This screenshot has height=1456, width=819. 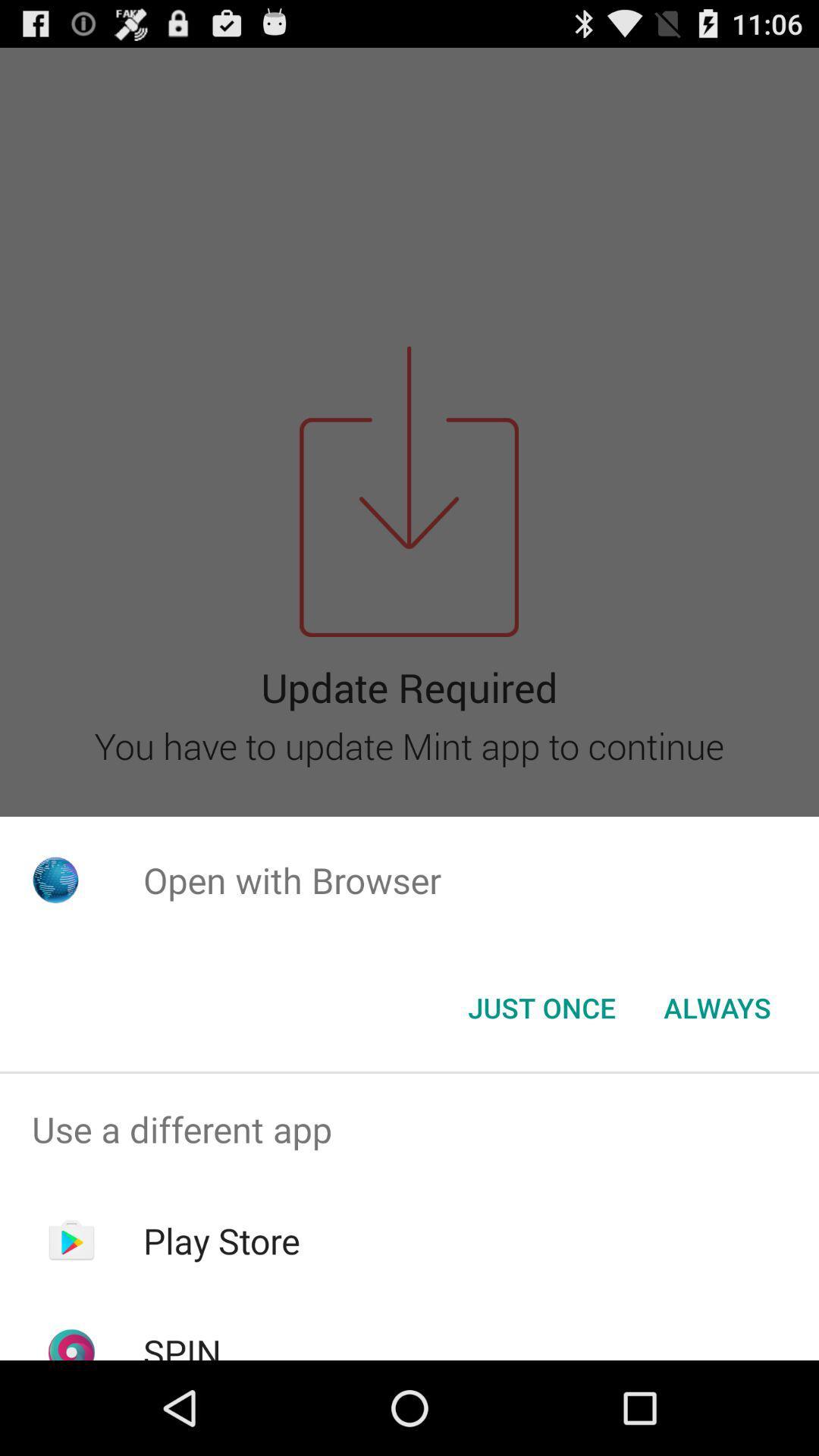 I want to click on icon below open with browser icon, so click(x=541, y=1008).